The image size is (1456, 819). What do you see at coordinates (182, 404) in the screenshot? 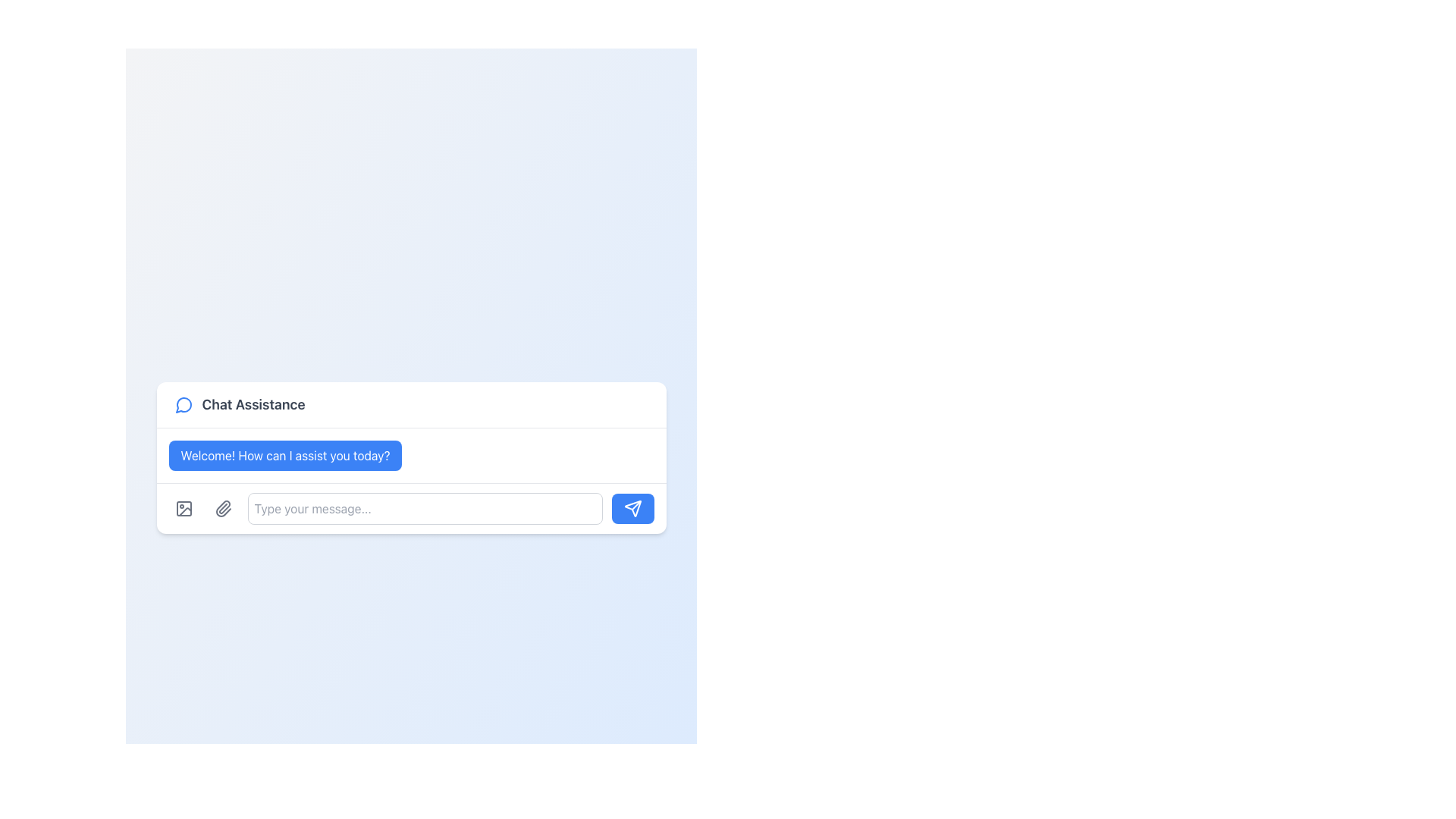
I see `the speech bubble icon located in the top-left corner of the chat assistance widget before the 'Chat Assistance' text` at bounding box center [182, 404].